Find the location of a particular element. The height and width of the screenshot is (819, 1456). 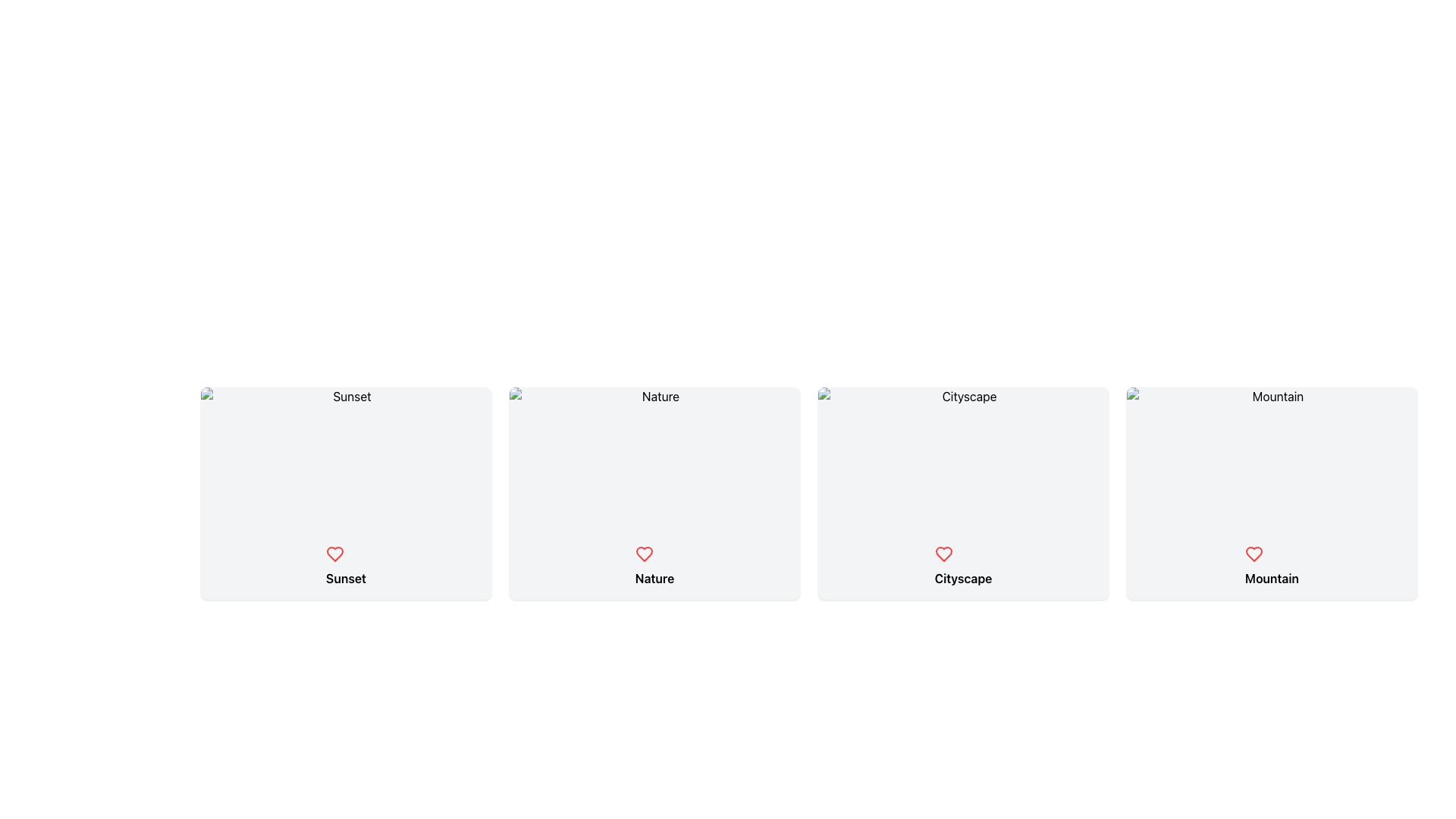

the heart icon located within the third card from the left in a horizontally aligned grid, positioned below the title 'Cityscape' is located at coordinates (943, 554).